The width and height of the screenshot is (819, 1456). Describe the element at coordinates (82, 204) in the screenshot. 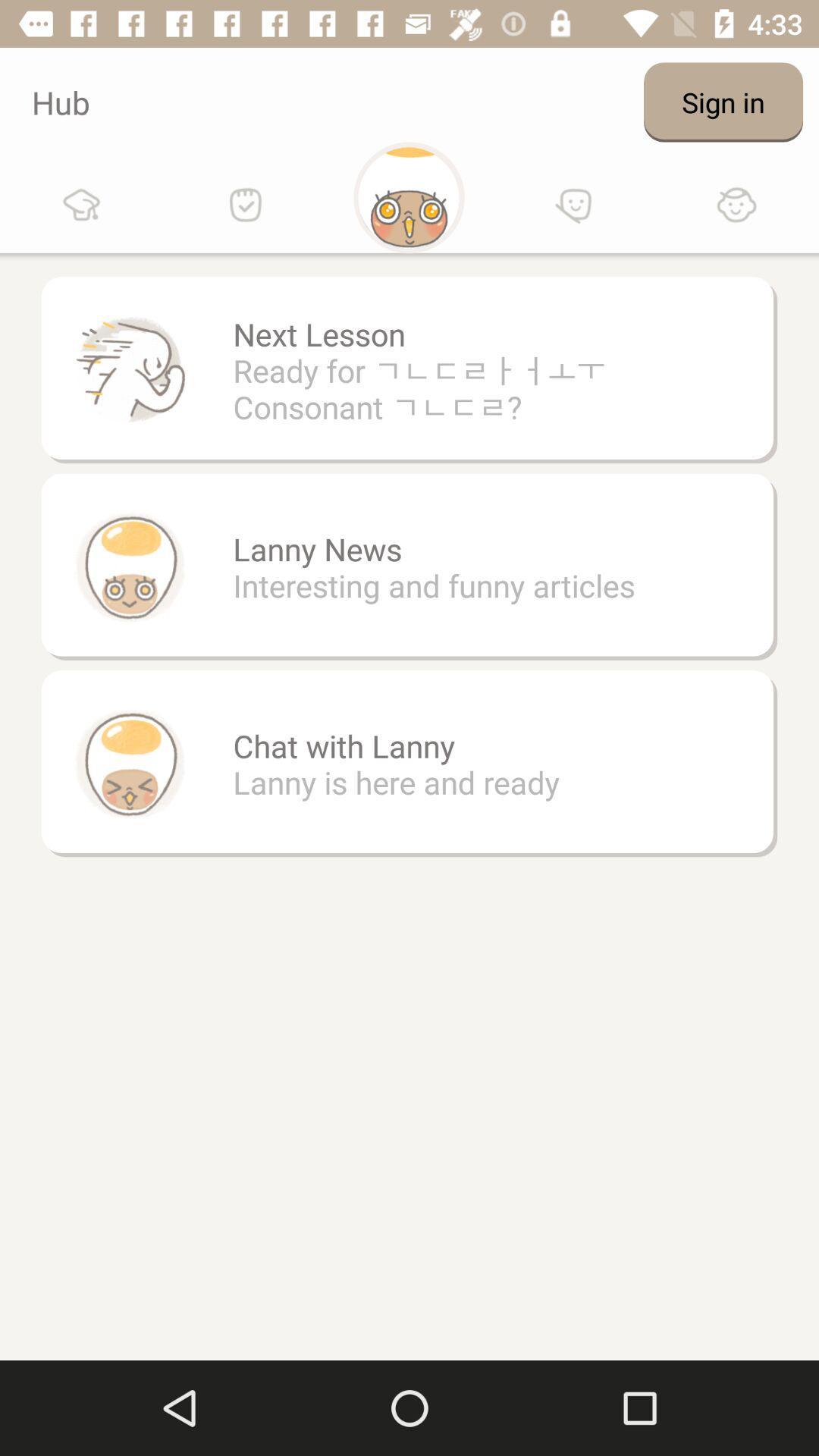

I see `the first icon which is below hub on page` at that location.